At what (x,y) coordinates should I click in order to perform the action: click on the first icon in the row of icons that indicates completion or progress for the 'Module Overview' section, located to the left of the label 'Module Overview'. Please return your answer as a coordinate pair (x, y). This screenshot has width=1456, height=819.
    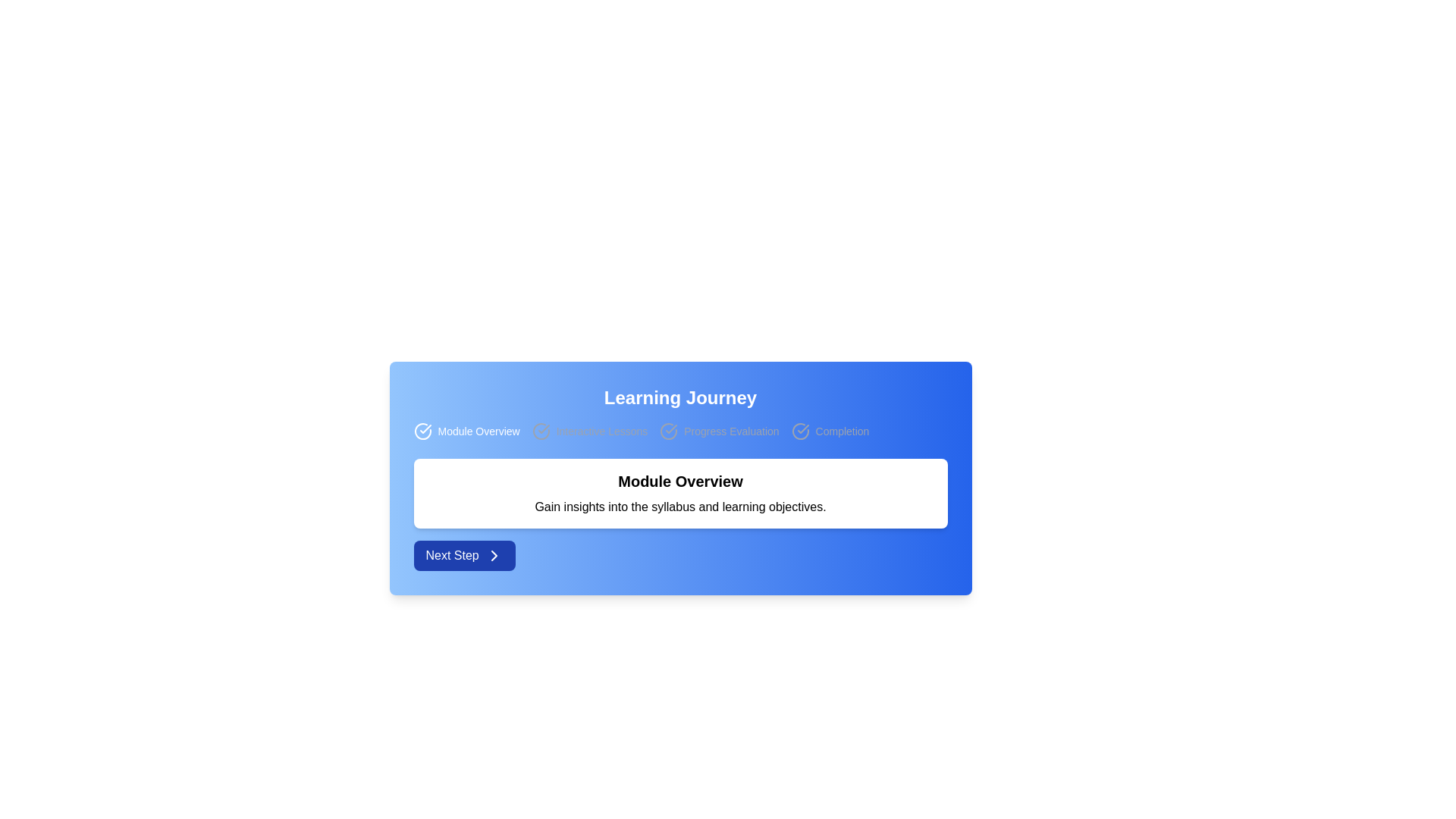
    Looking at the image, I should click on (422, 431).